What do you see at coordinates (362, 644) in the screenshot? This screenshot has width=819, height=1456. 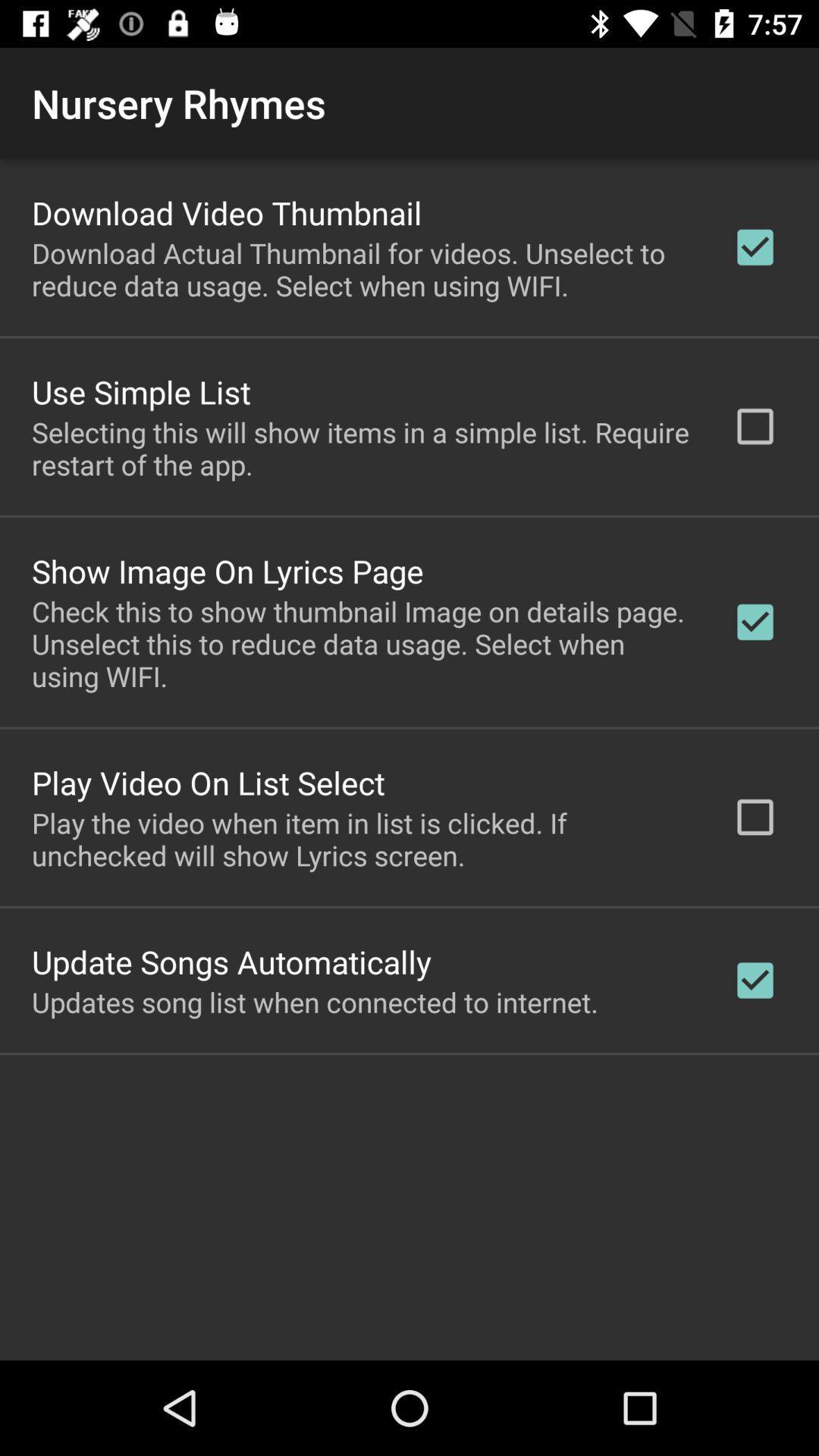 I see `icon below the show image on app` at bounding box center [362, 644].